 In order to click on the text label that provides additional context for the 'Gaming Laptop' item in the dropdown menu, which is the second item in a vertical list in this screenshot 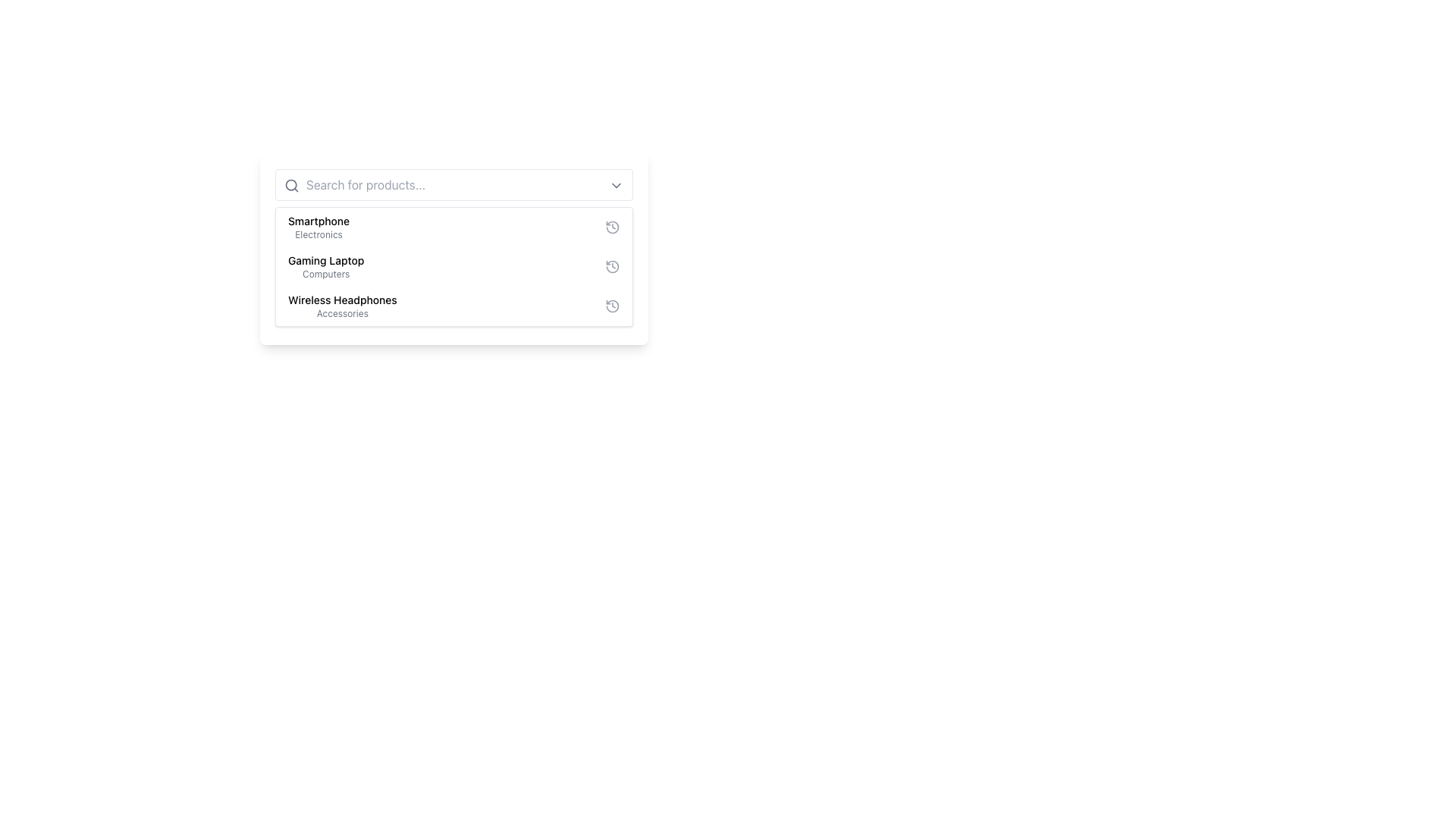, I will do `click(325, 275)`.